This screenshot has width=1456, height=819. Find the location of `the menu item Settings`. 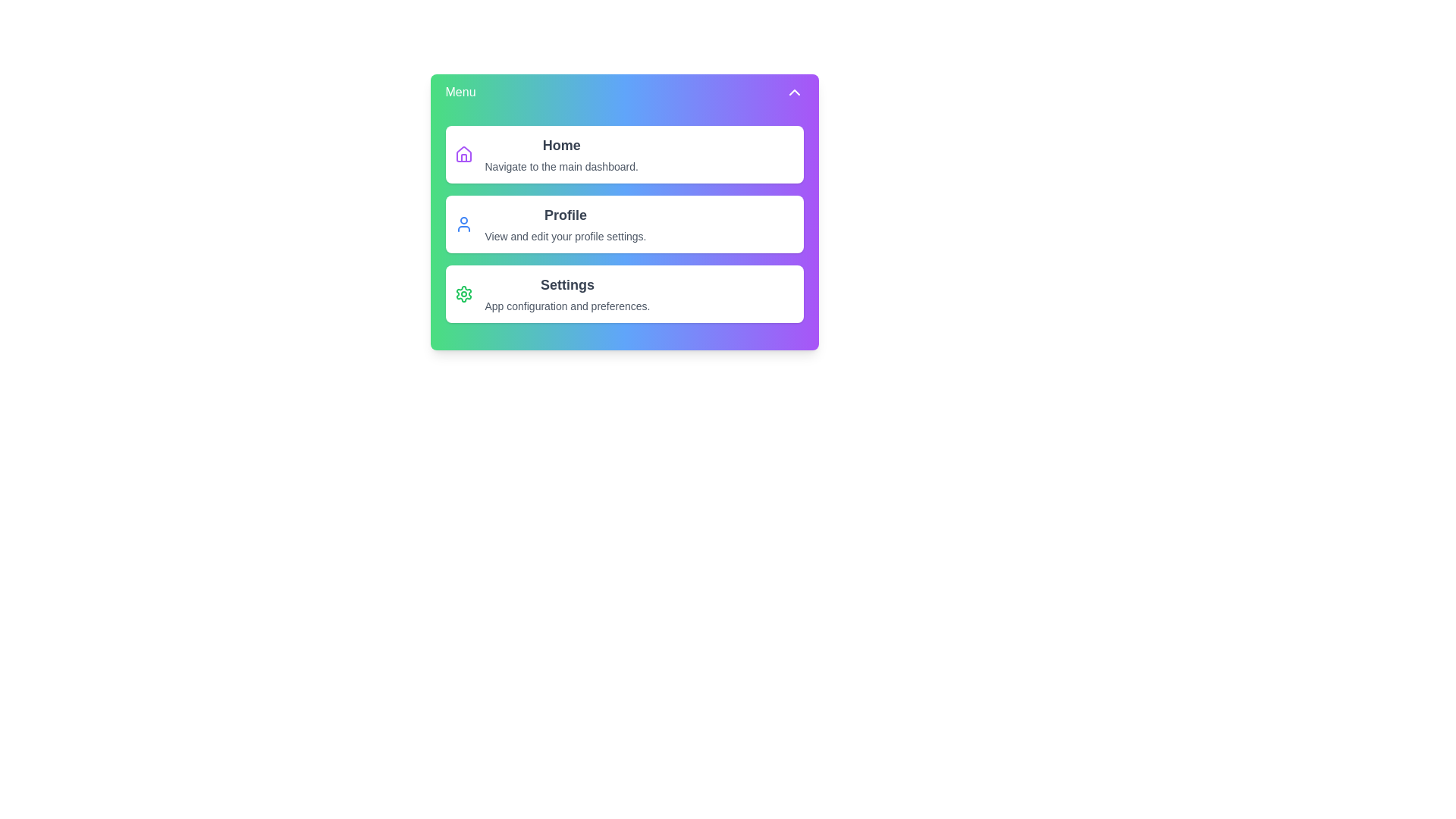

the menu item Settings is located at coordinates (624, 294).